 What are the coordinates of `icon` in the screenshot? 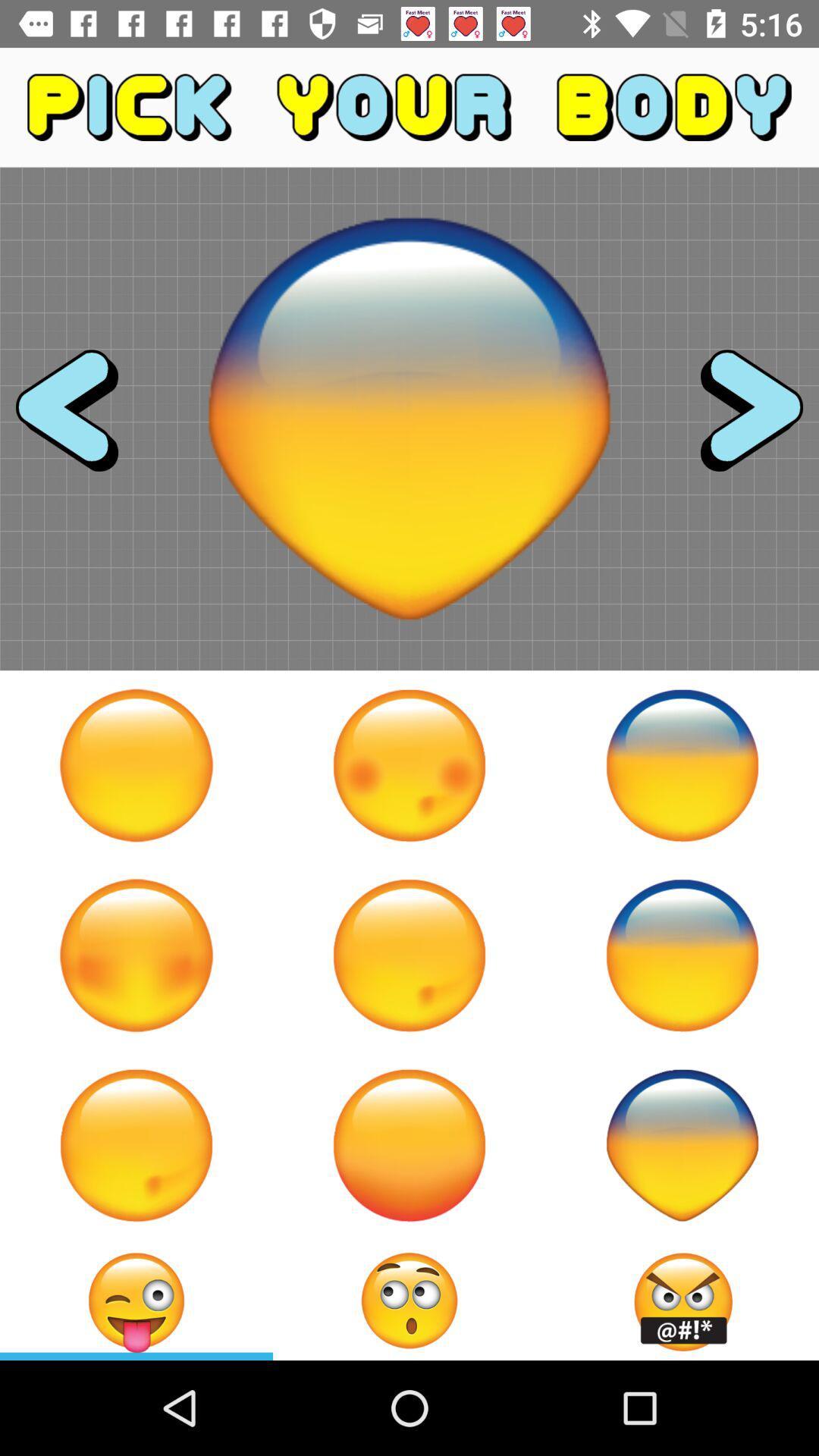 It's located at (409, 954).